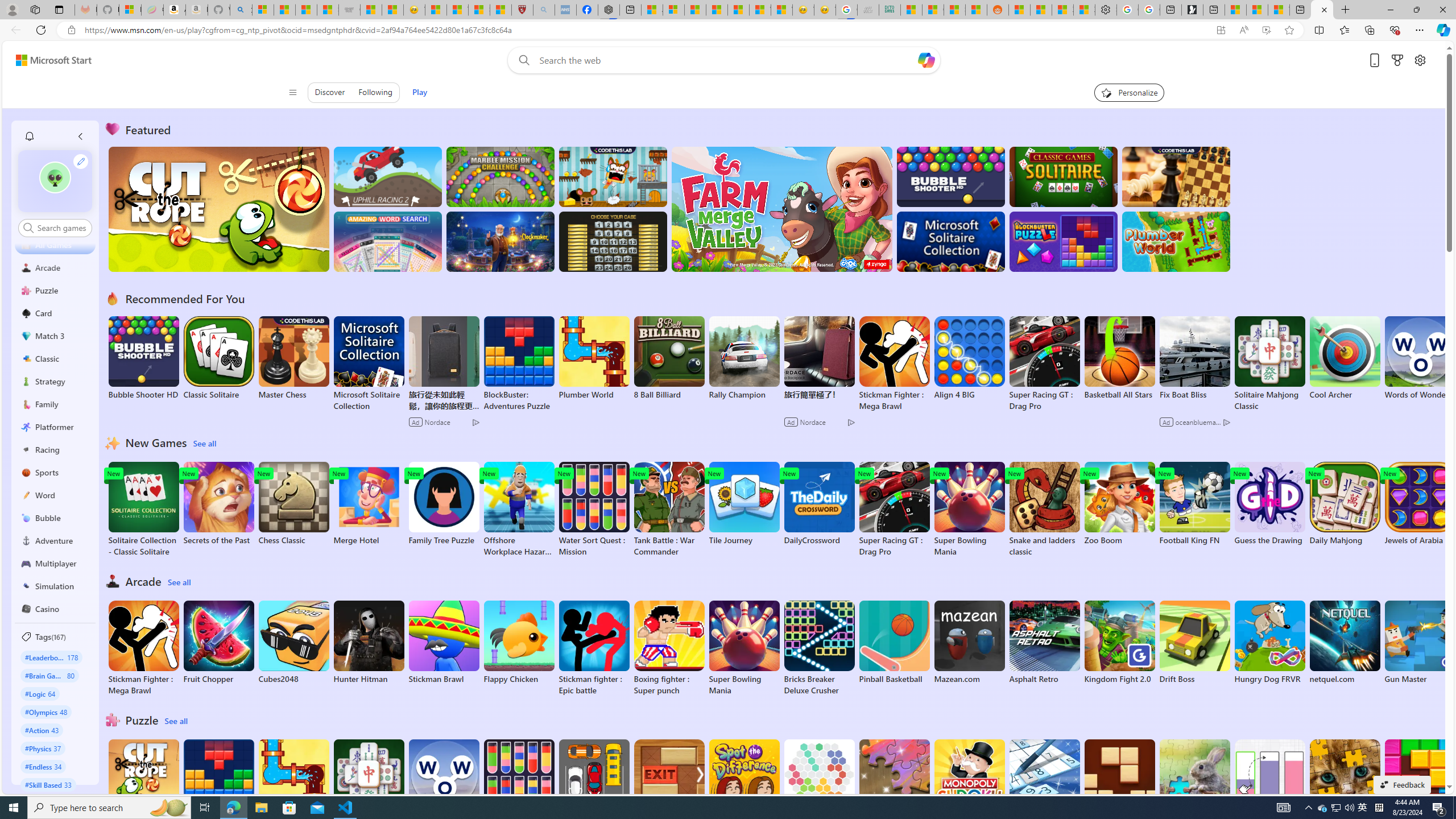  What do you see at coordinates (500, 9) in the screenshot?
I see `'12 Popular Science Lies that Must be Corrected'` at bounding box center [500, 9].